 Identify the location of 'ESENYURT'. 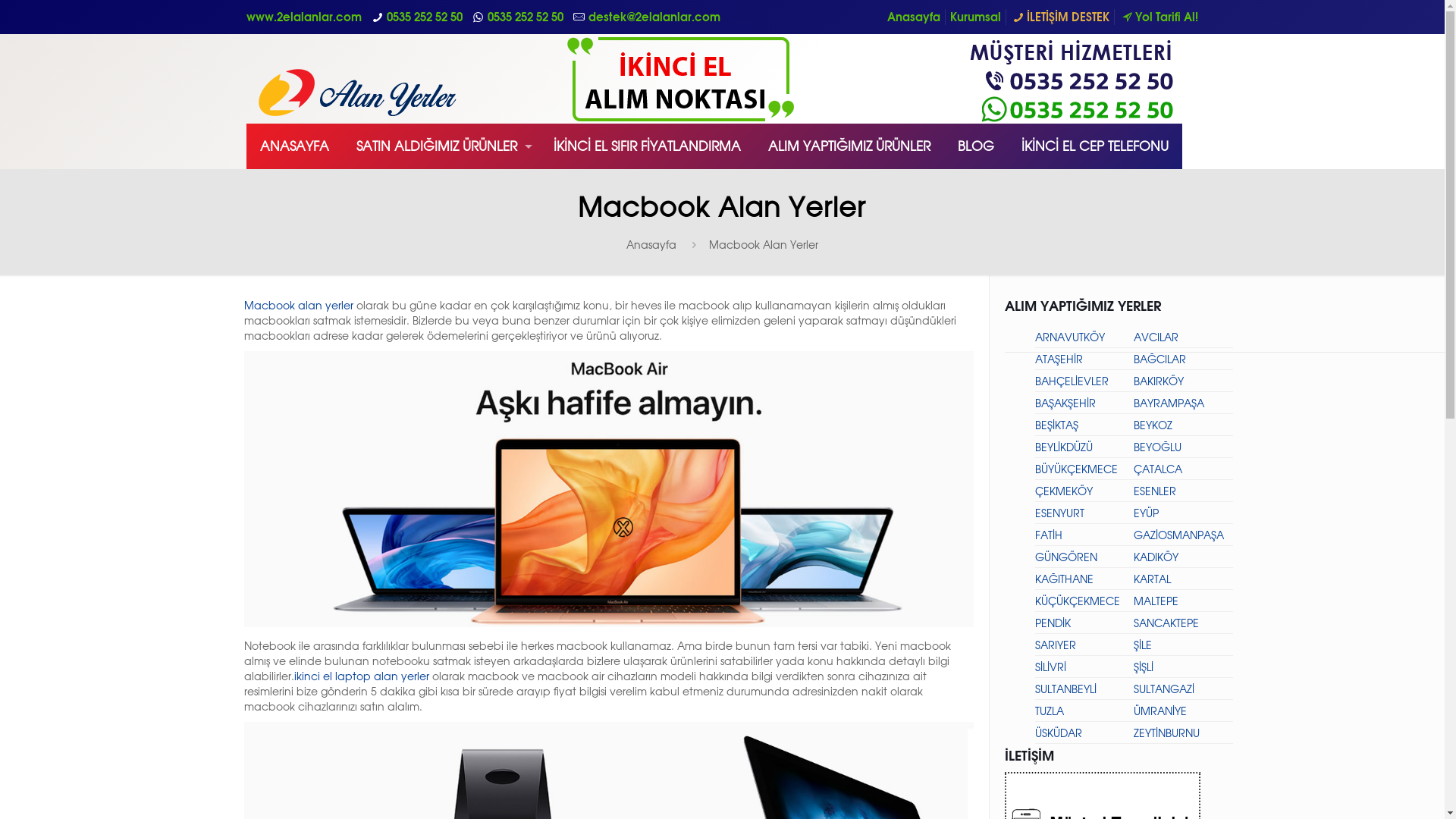
(1058, 512).